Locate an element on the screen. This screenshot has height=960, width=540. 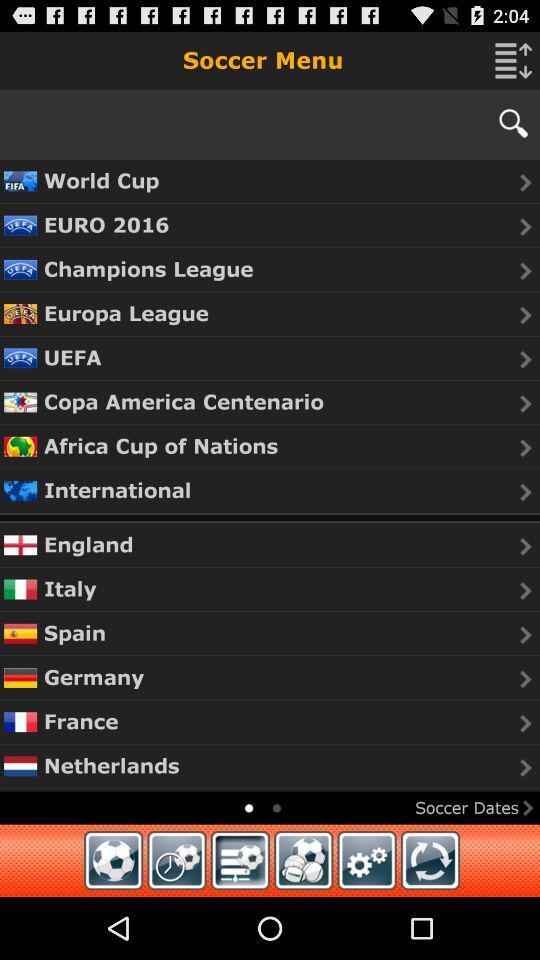
the refresh icon is located at coordinates (429, 921).